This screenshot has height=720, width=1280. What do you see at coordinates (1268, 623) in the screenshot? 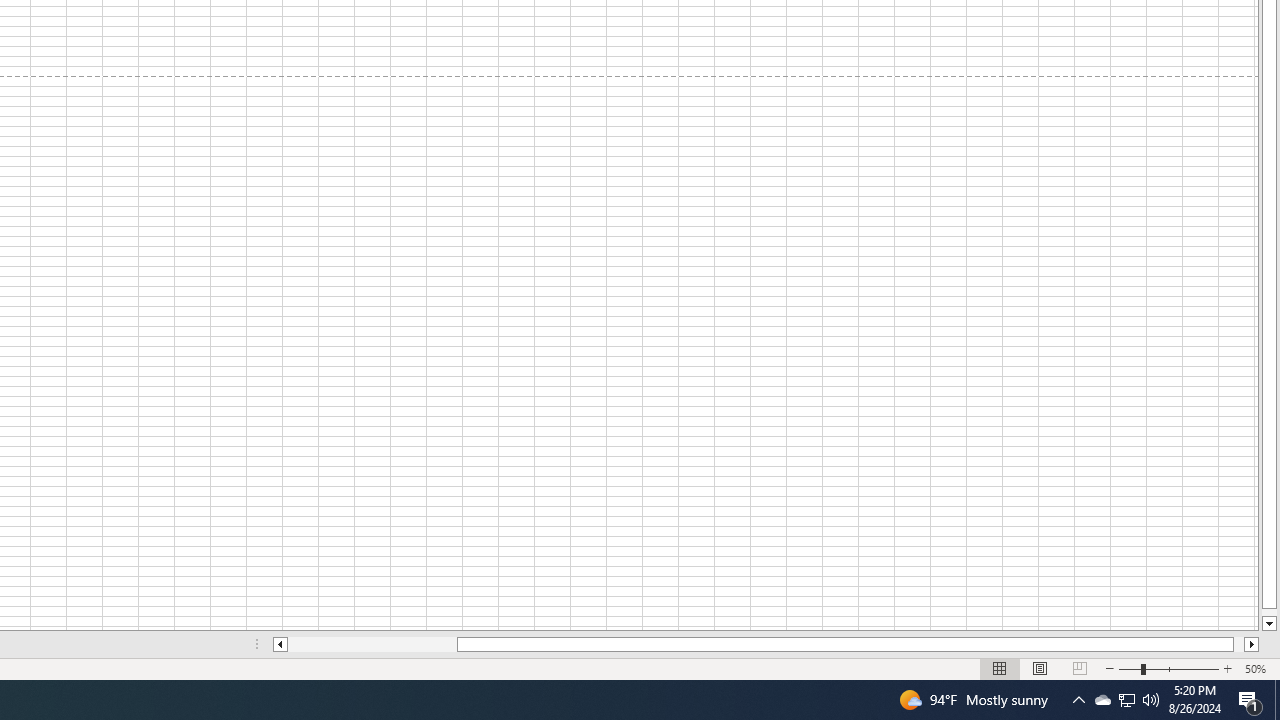
I see `'Line down'` at bounding box center [1268, 623].